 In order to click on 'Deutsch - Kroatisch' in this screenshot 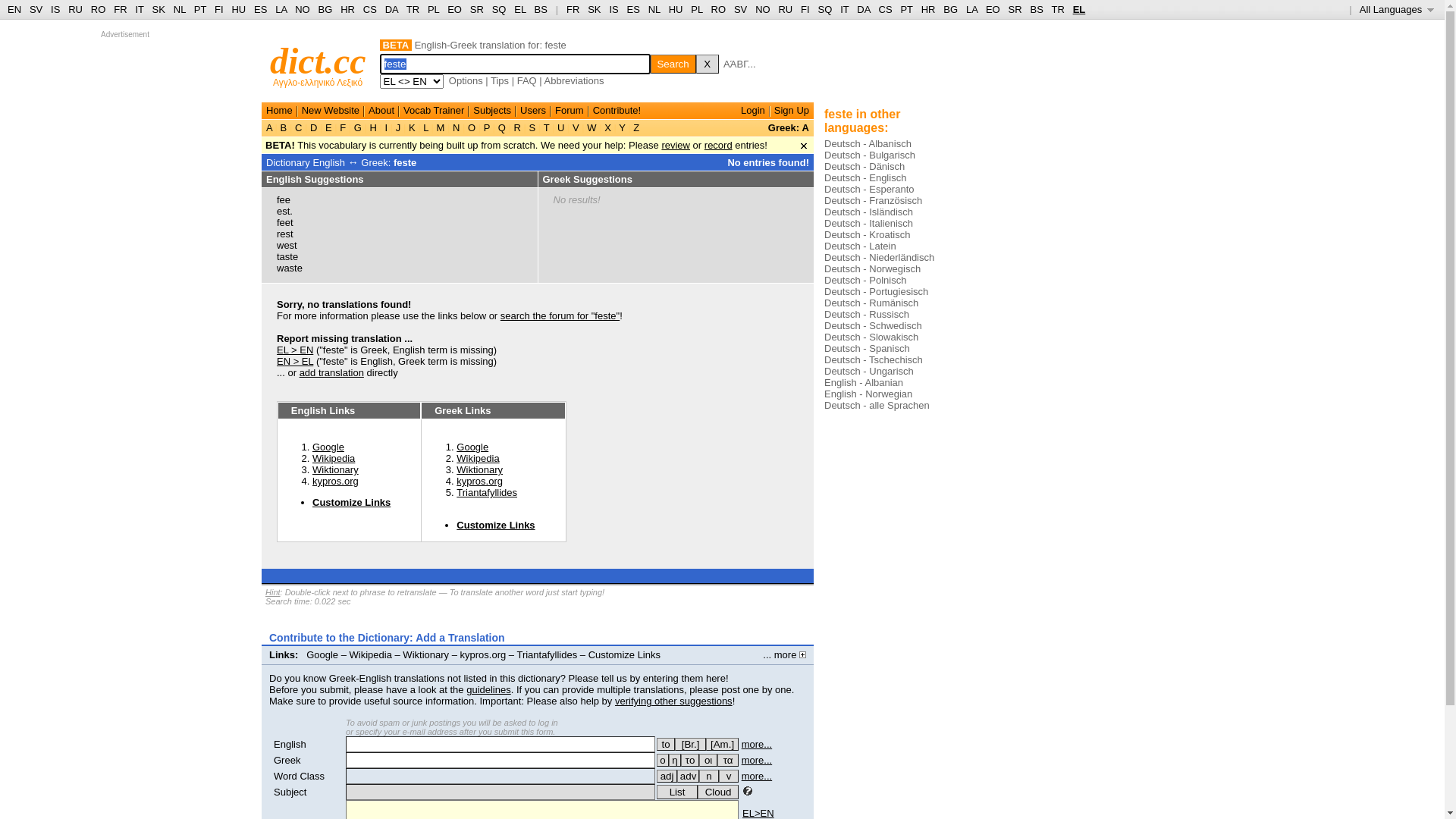, I will do `click(867, 234)`.